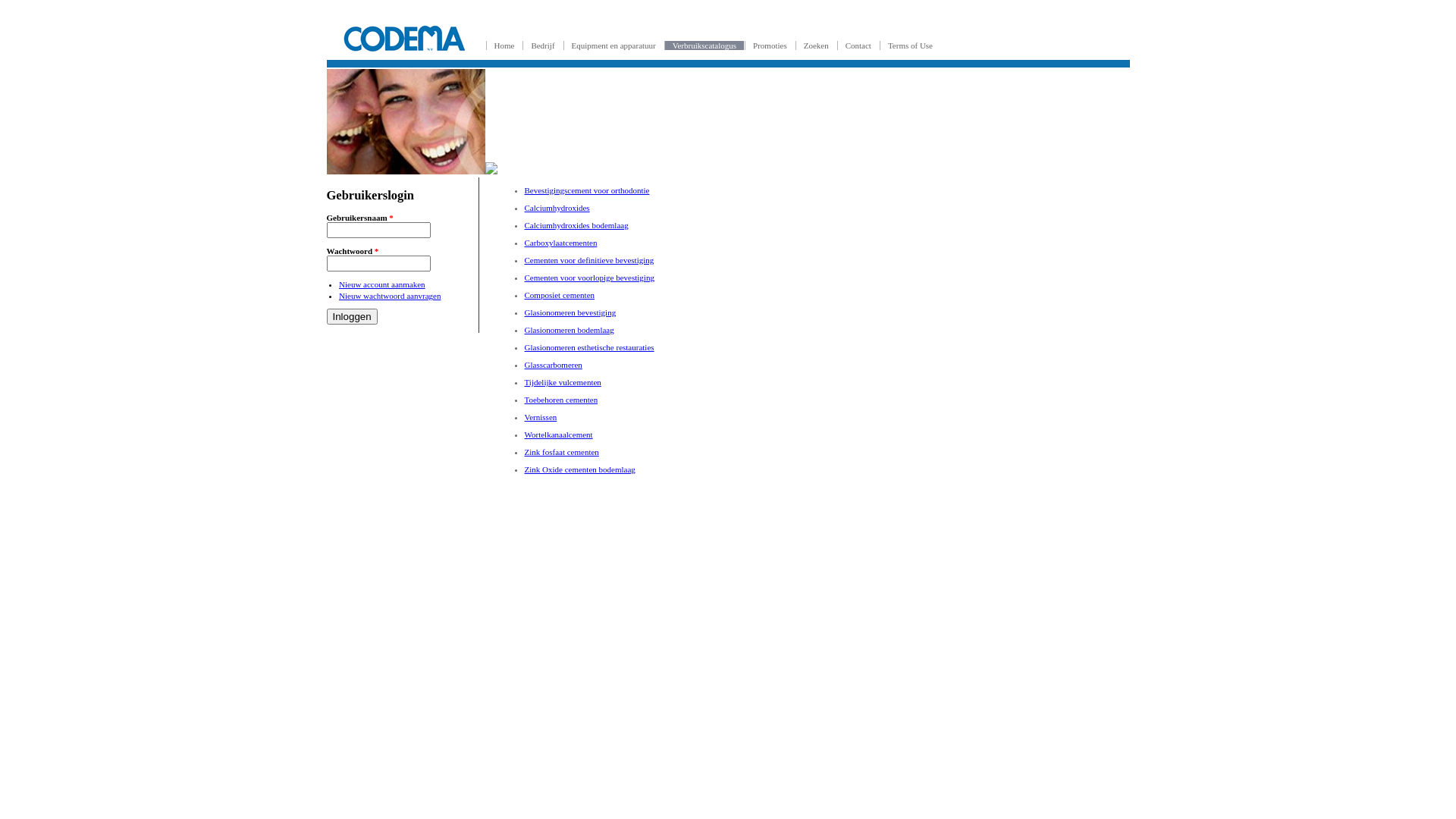 The width and height of the screenshot is (1456, 819). Describe the element at coordinates (910, 45) in the screenshot. I see `'Terms of Use'` at that location.